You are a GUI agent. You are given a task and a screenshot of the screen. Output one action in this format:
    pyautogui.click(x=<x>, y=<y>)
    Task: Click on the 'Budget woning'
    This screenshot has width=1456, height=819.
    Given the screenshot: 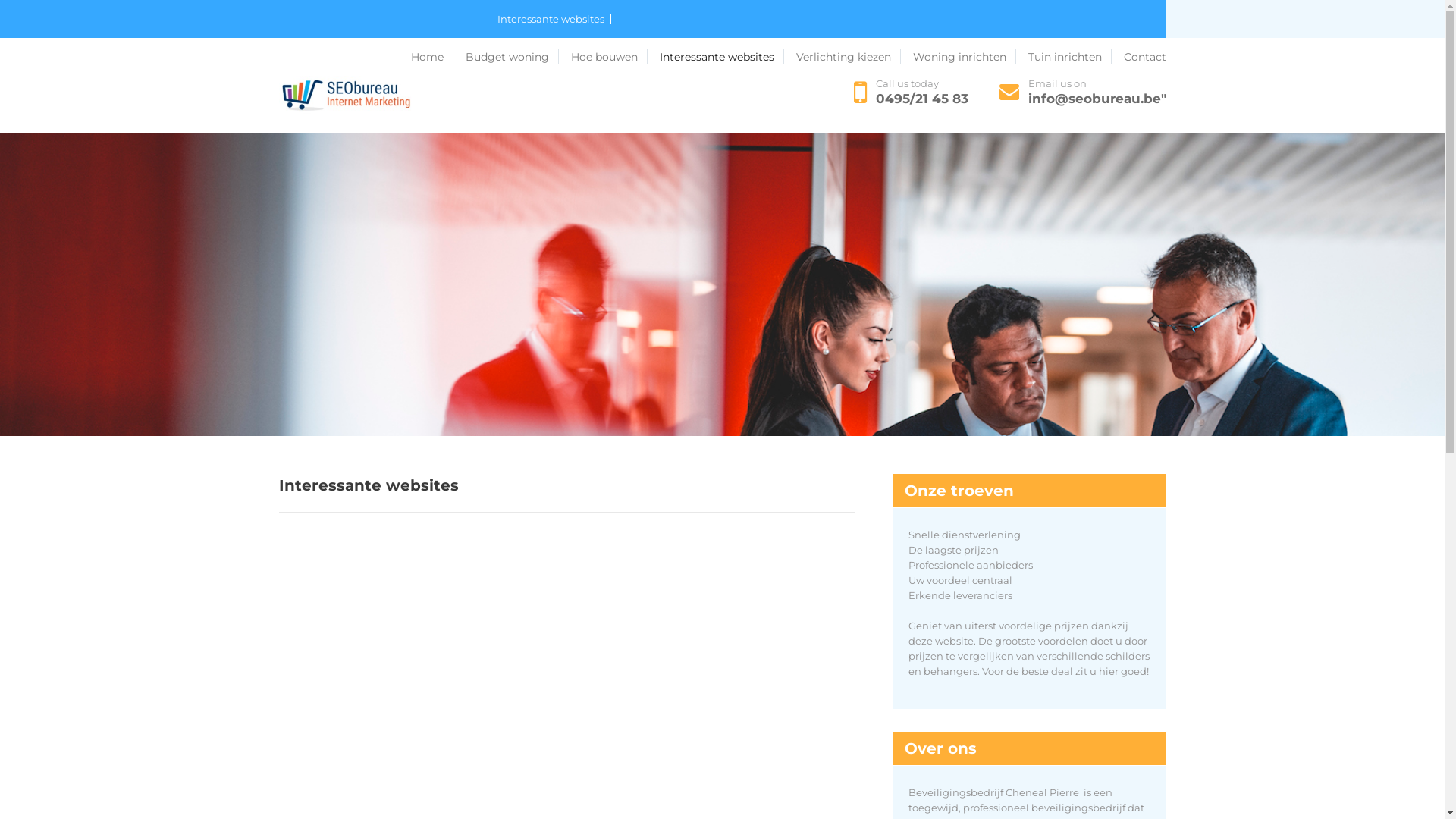 What is the action you would take?
    pyautogui.click(x=465, y=55)
    